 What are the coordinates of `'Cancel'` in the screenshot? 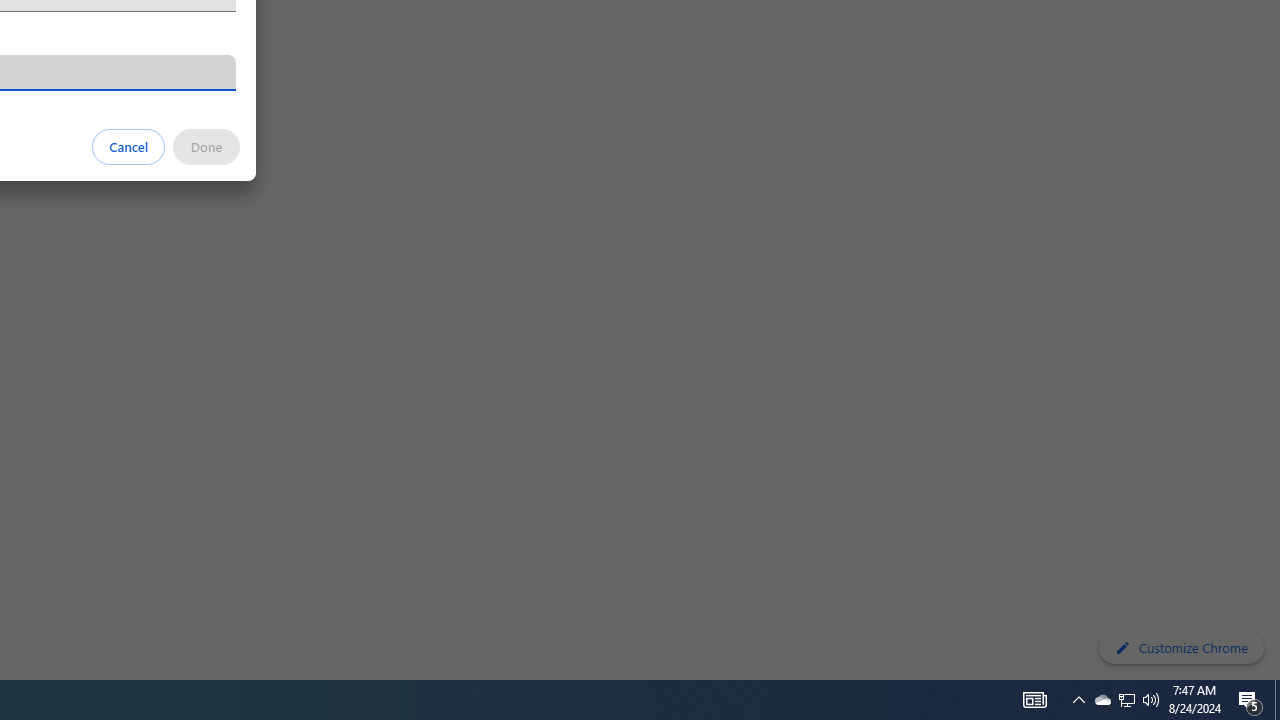 It's located at (128, 145).